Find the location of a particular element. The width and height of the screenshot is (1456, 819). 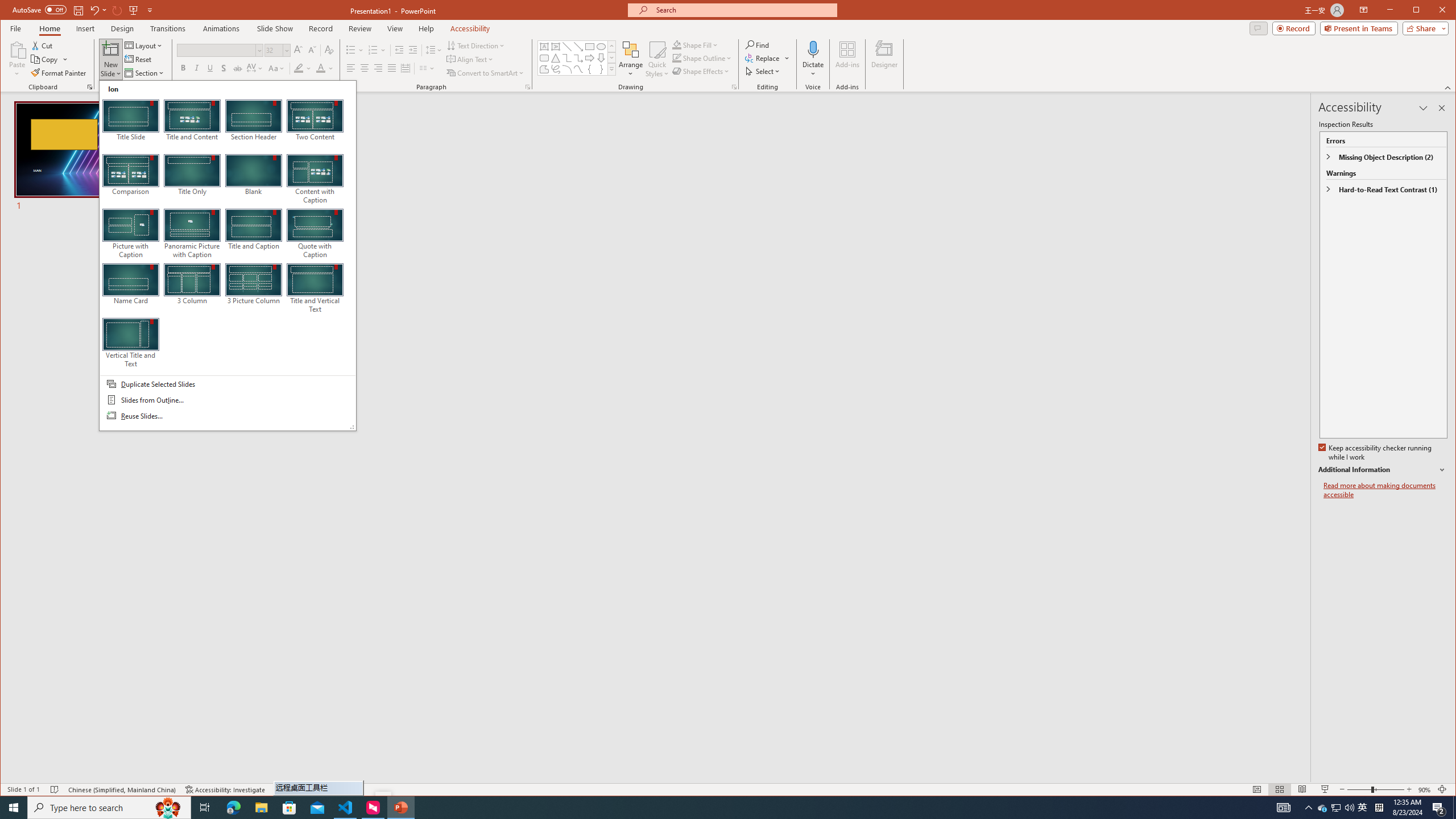

'Zoom 90%' is located at coordinates (1424, 789).